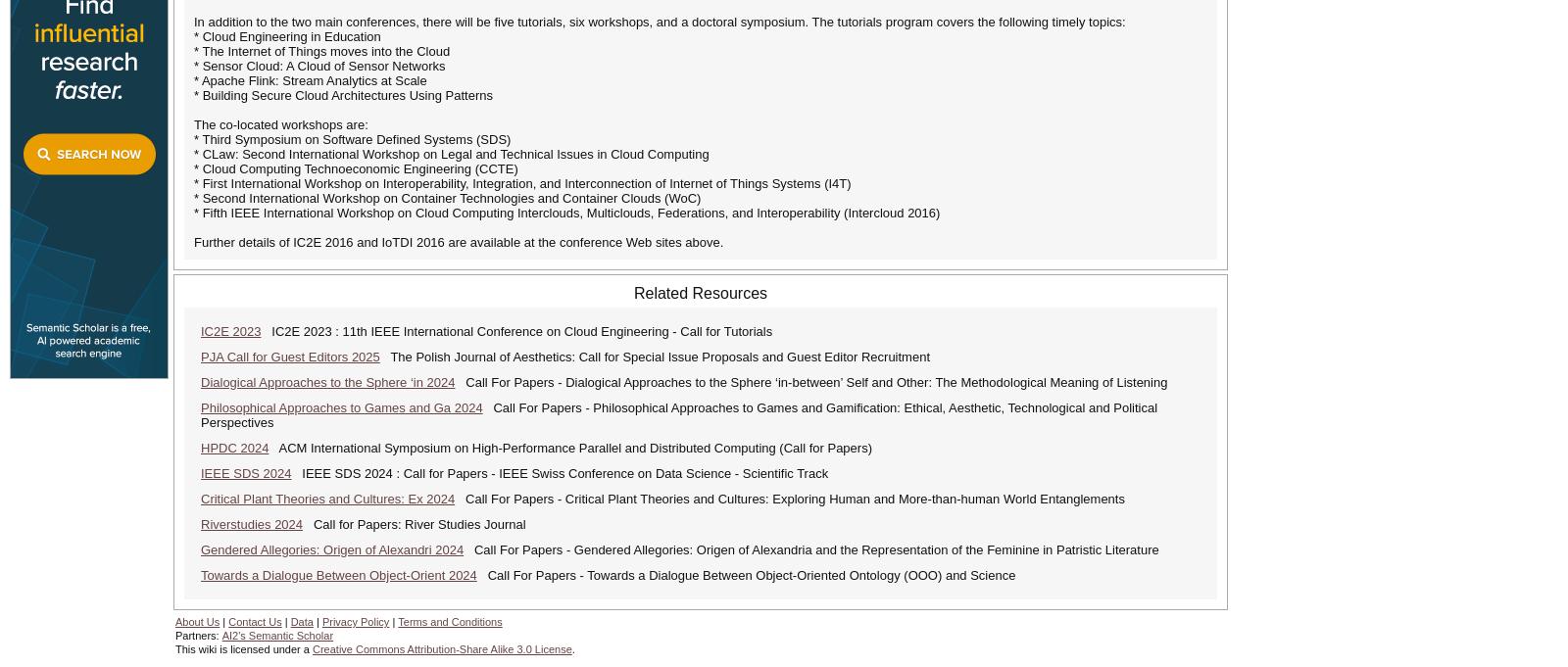  Describe the element at coordinates (192, 35) in the screenshot. I see `'* Cloud Engineering in Education'` at that location.